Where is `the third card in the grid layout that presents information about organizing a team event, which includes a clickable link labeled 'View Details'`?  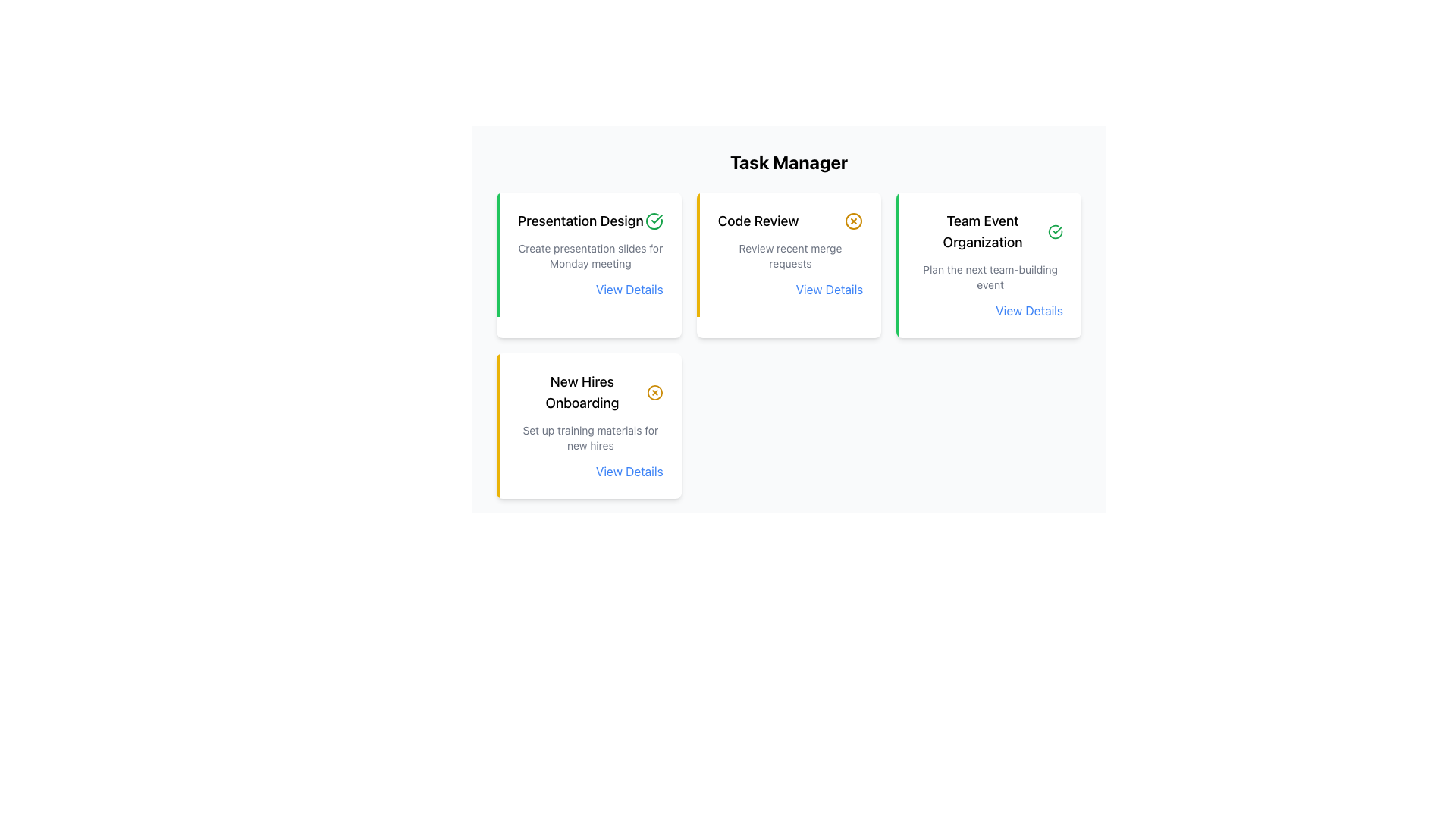
the third card in the grid layout that presents information about organizing a team event, which includes a clickable link labeled 'View Details' is located at coordinates (989, 265).